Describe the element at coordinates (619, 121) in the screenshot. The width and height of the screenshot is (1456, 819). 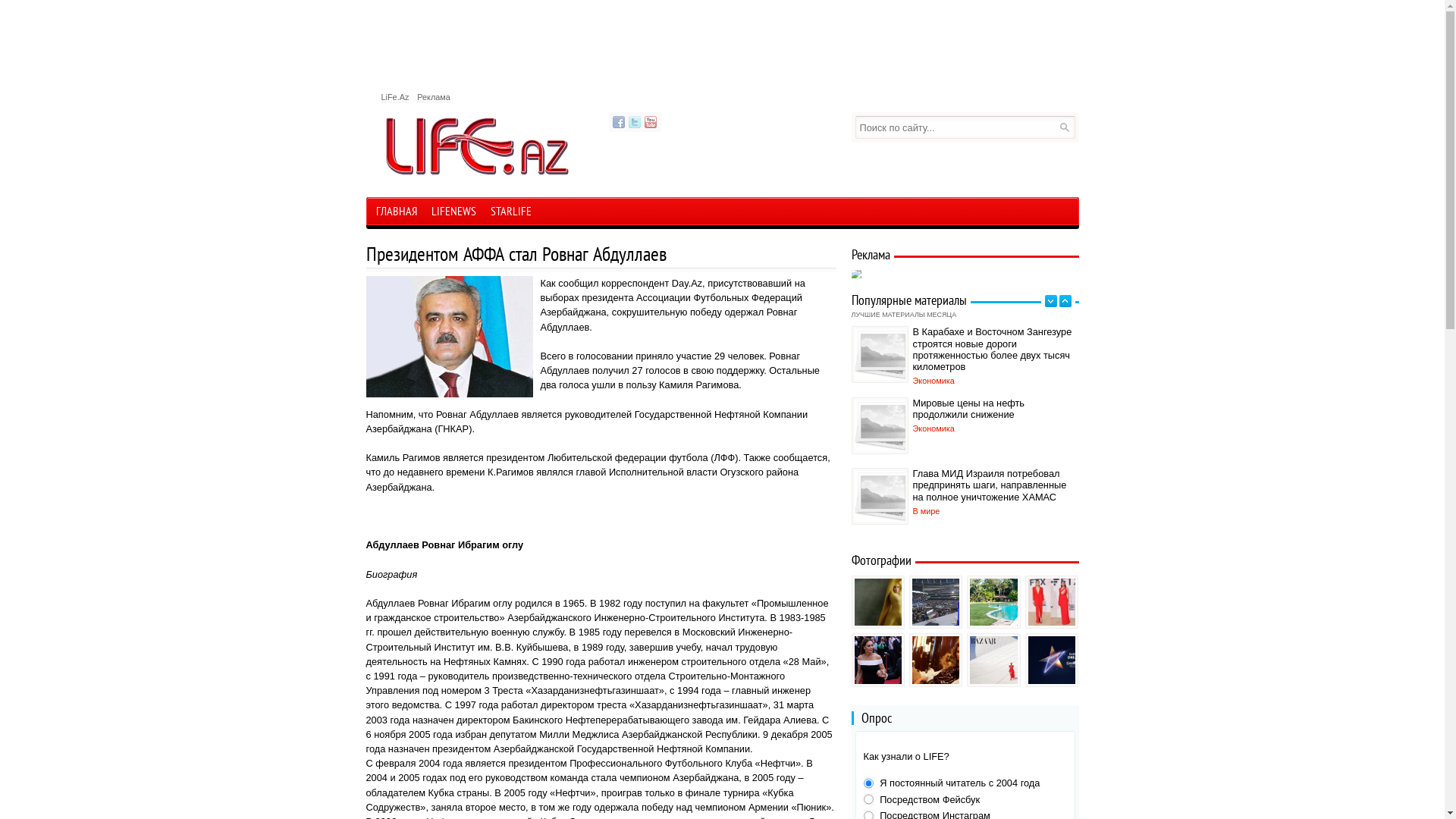
I see `'Facebook'` at that location.